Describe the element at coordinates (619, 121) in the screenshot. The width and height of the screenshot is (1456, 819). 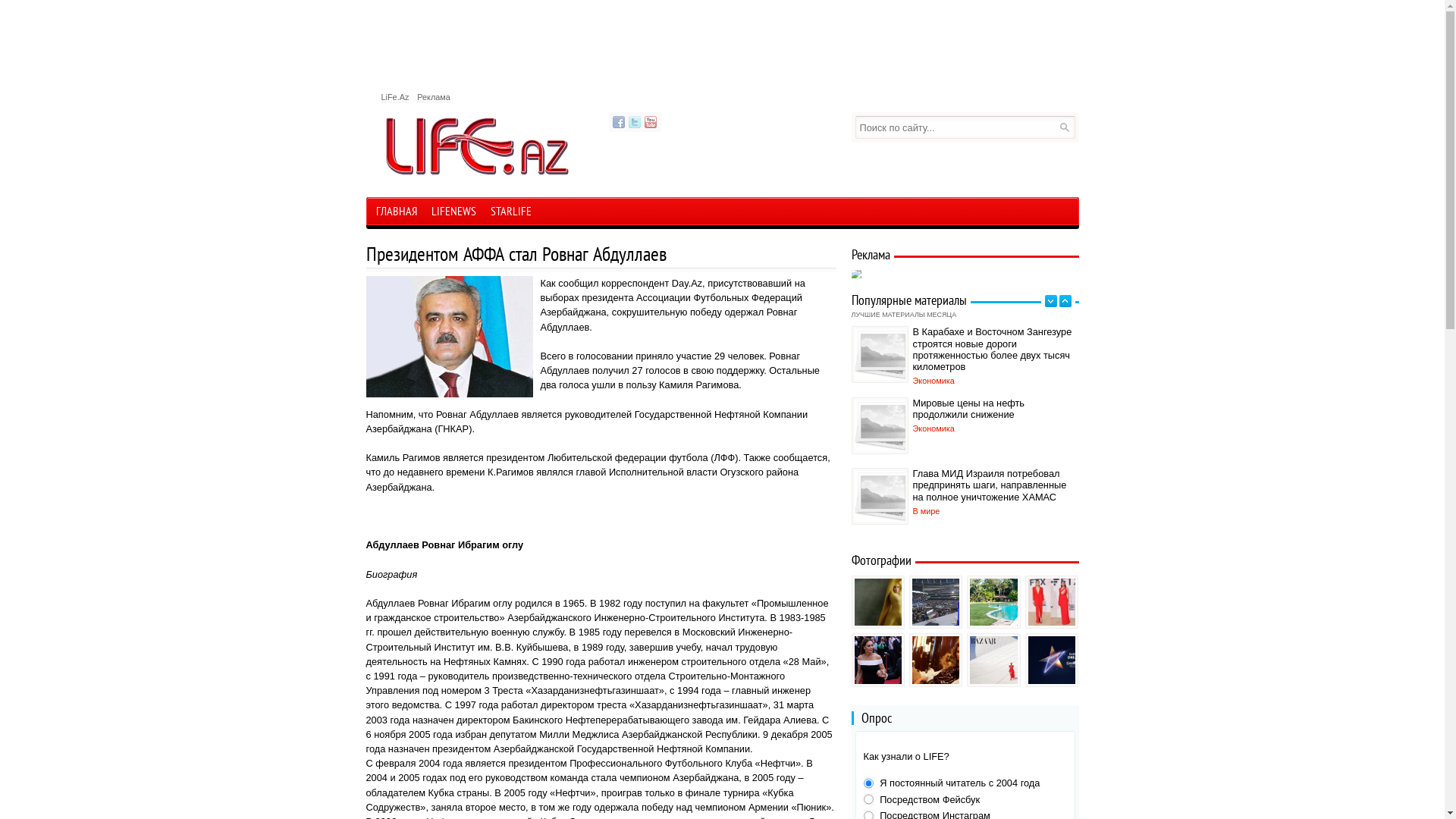
I see `'Facebook'` at that location.